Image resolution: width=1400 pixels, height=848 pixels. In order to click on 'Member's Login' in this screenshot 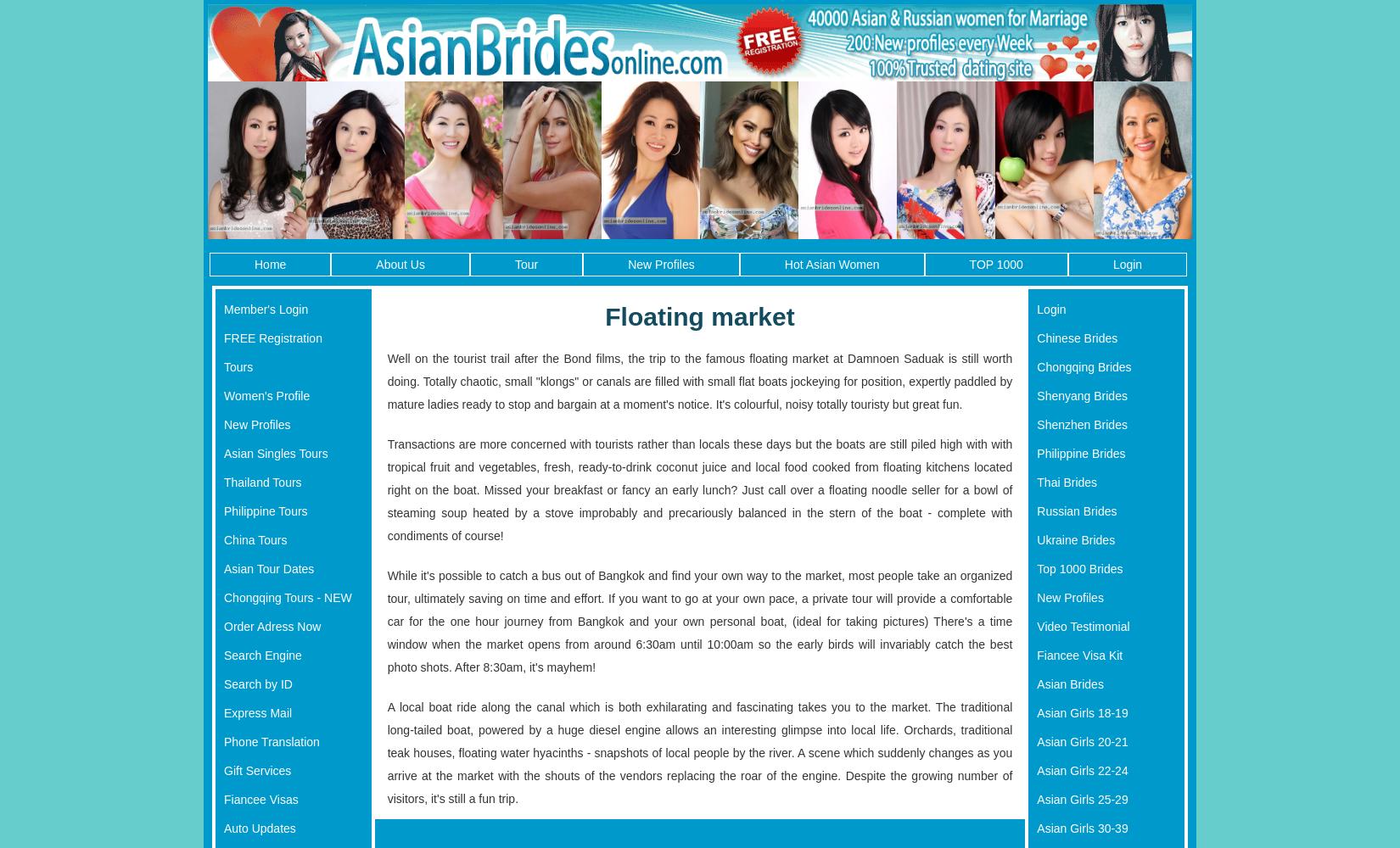, I will do `click(266, 308)`.